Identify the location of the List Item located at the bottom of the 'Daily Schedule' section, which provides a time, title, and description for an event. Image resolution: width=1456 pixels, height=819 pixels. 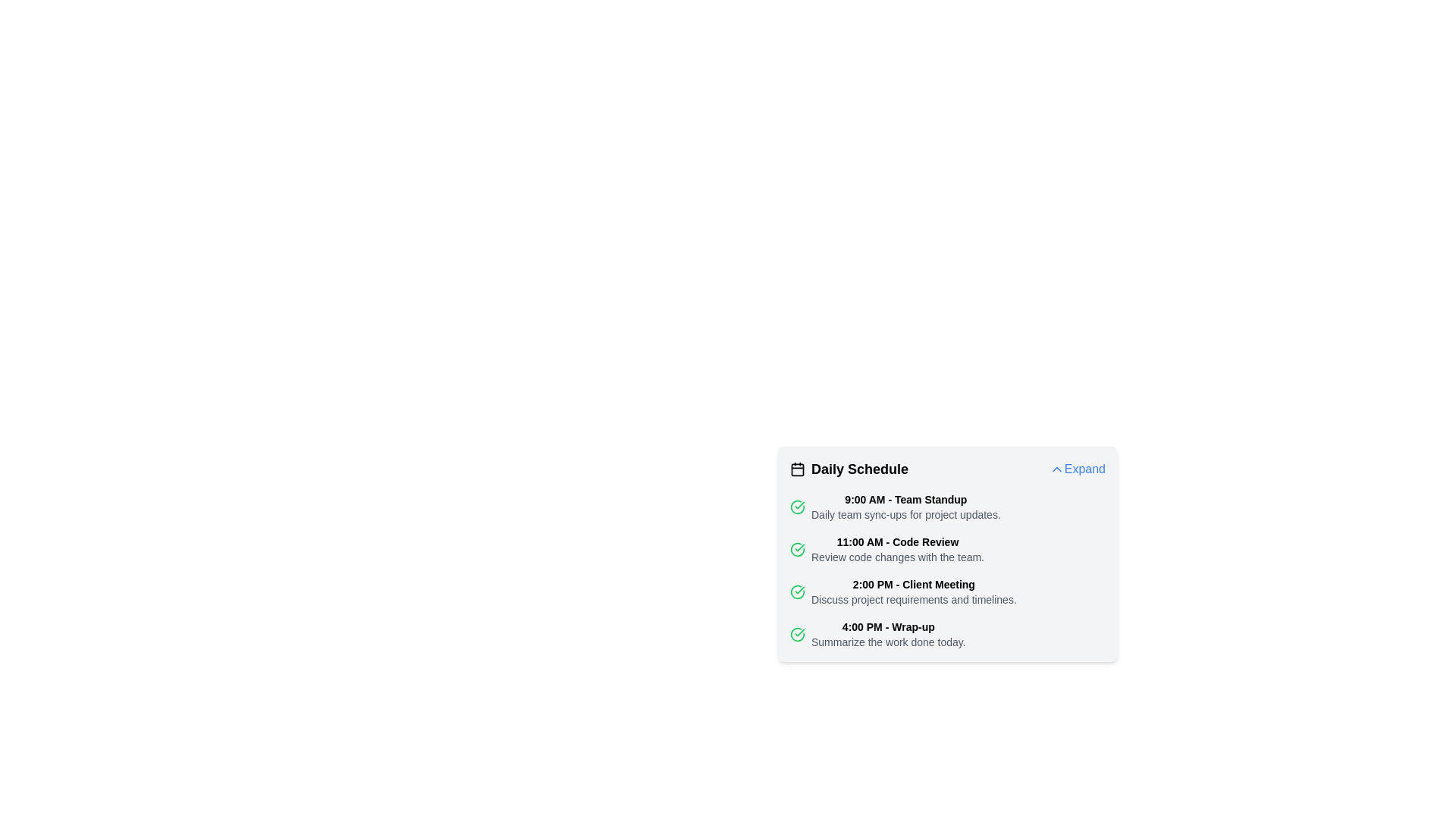
(946, 635).